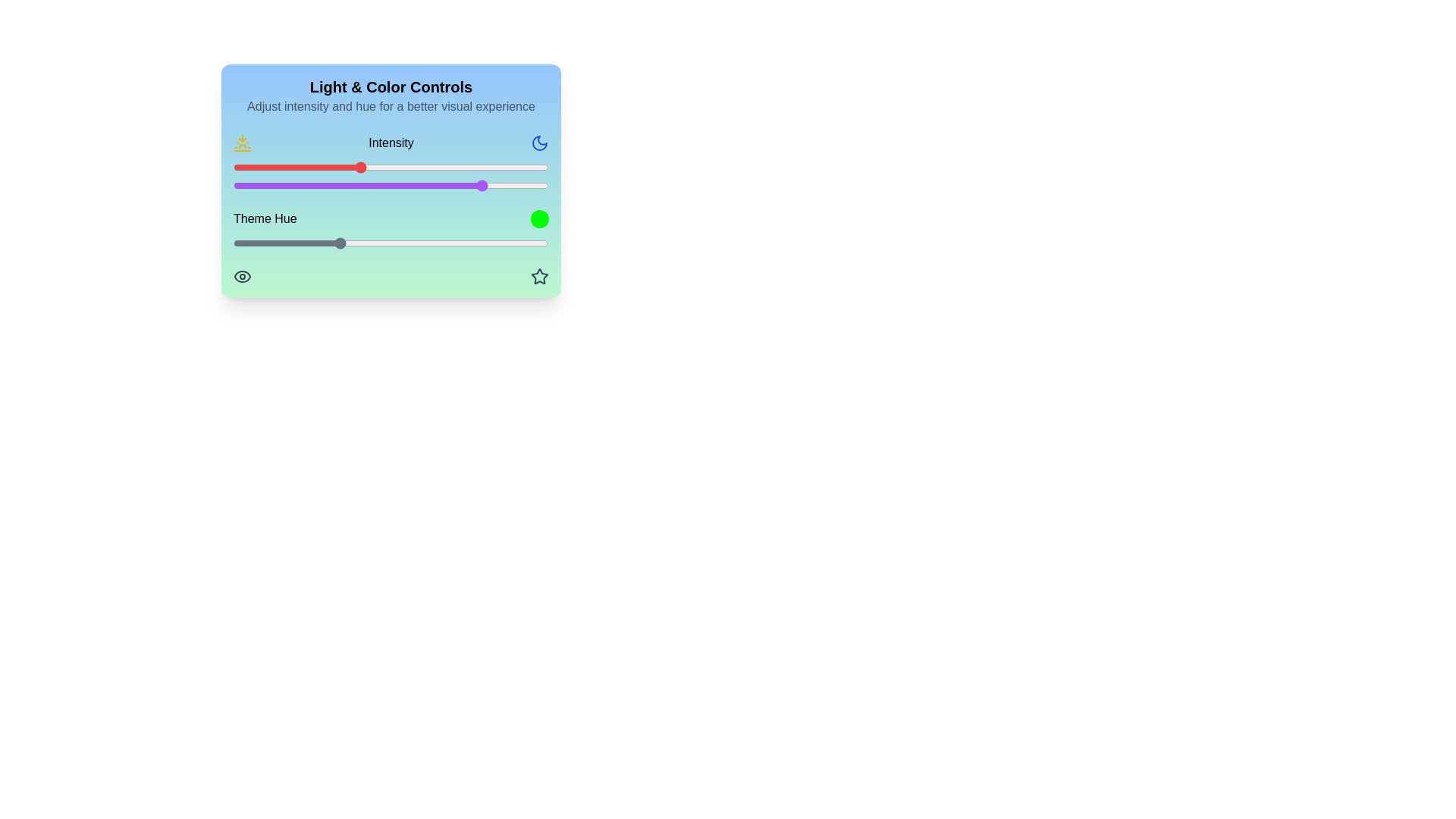 The image size is (1456, 819). I want to click on the slider value, so click(522, 242).